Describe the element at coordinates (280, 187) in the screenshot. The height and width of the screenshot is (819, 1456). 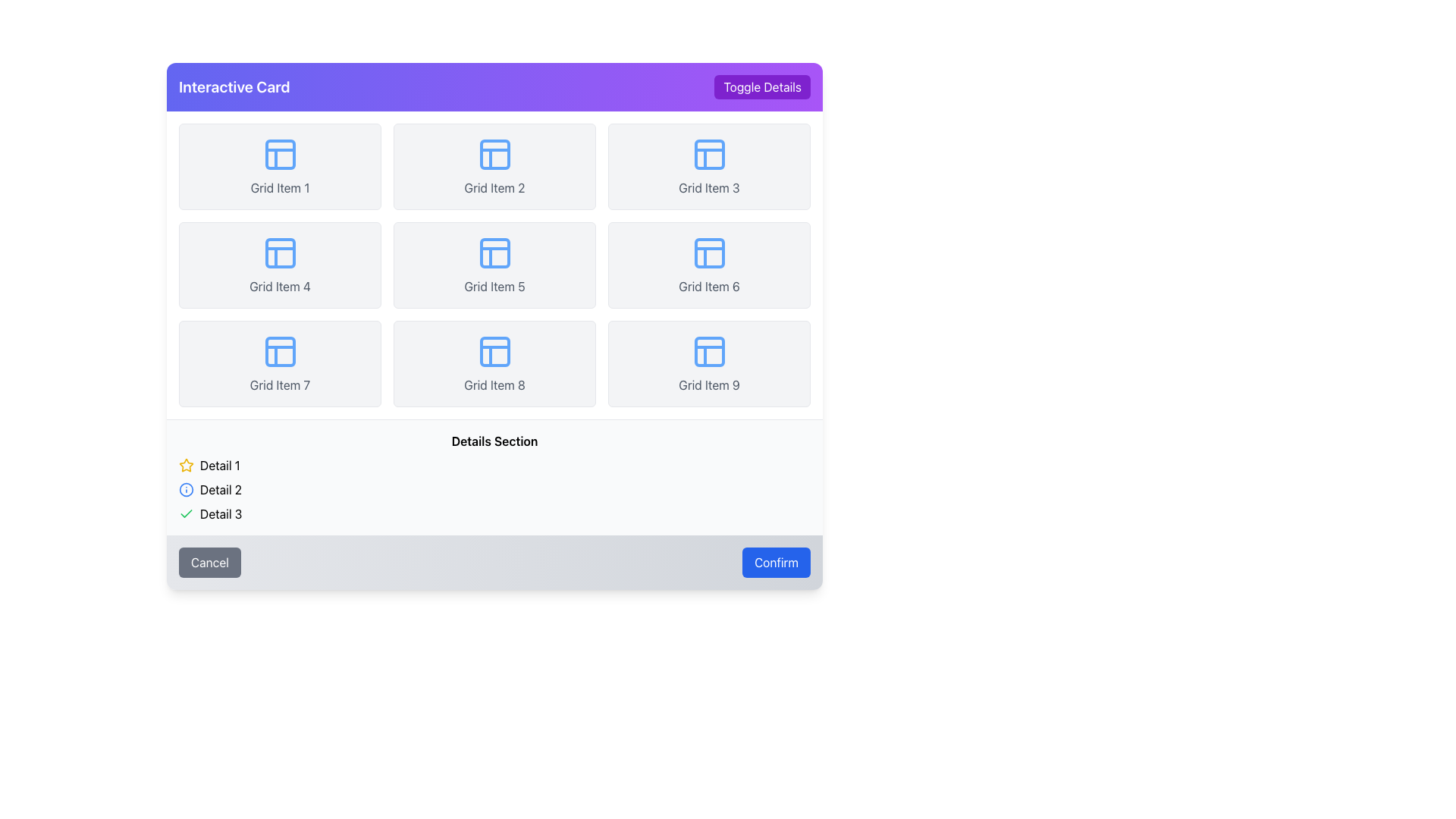
I see `text label indicating the name or identifier of the first grid item in the leftmost column of the top row in a 3x3 grid layout` at that location.